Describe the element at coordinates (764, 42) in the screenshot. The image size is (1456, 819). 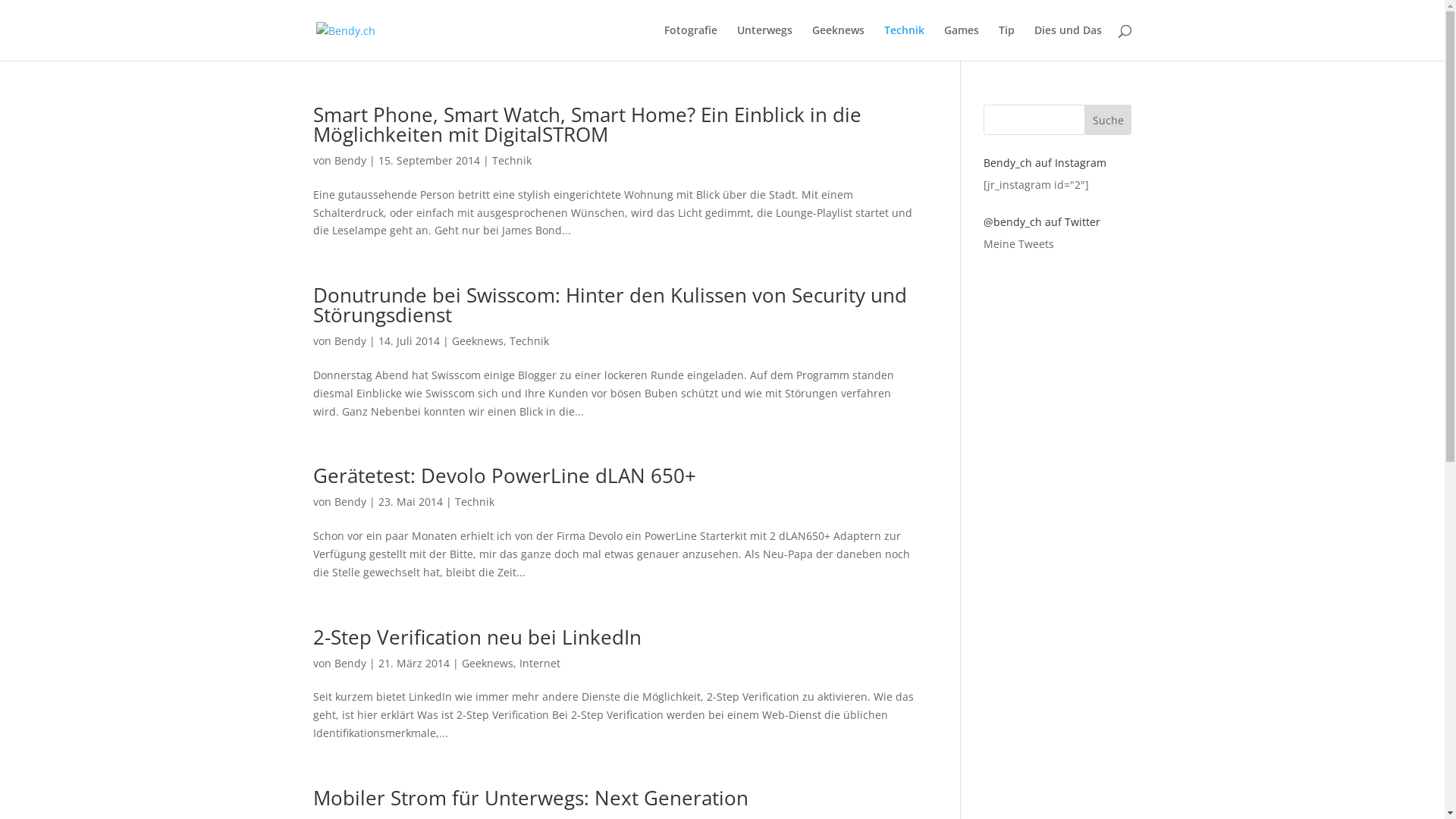
I see `'Unterwegs'` at that location.